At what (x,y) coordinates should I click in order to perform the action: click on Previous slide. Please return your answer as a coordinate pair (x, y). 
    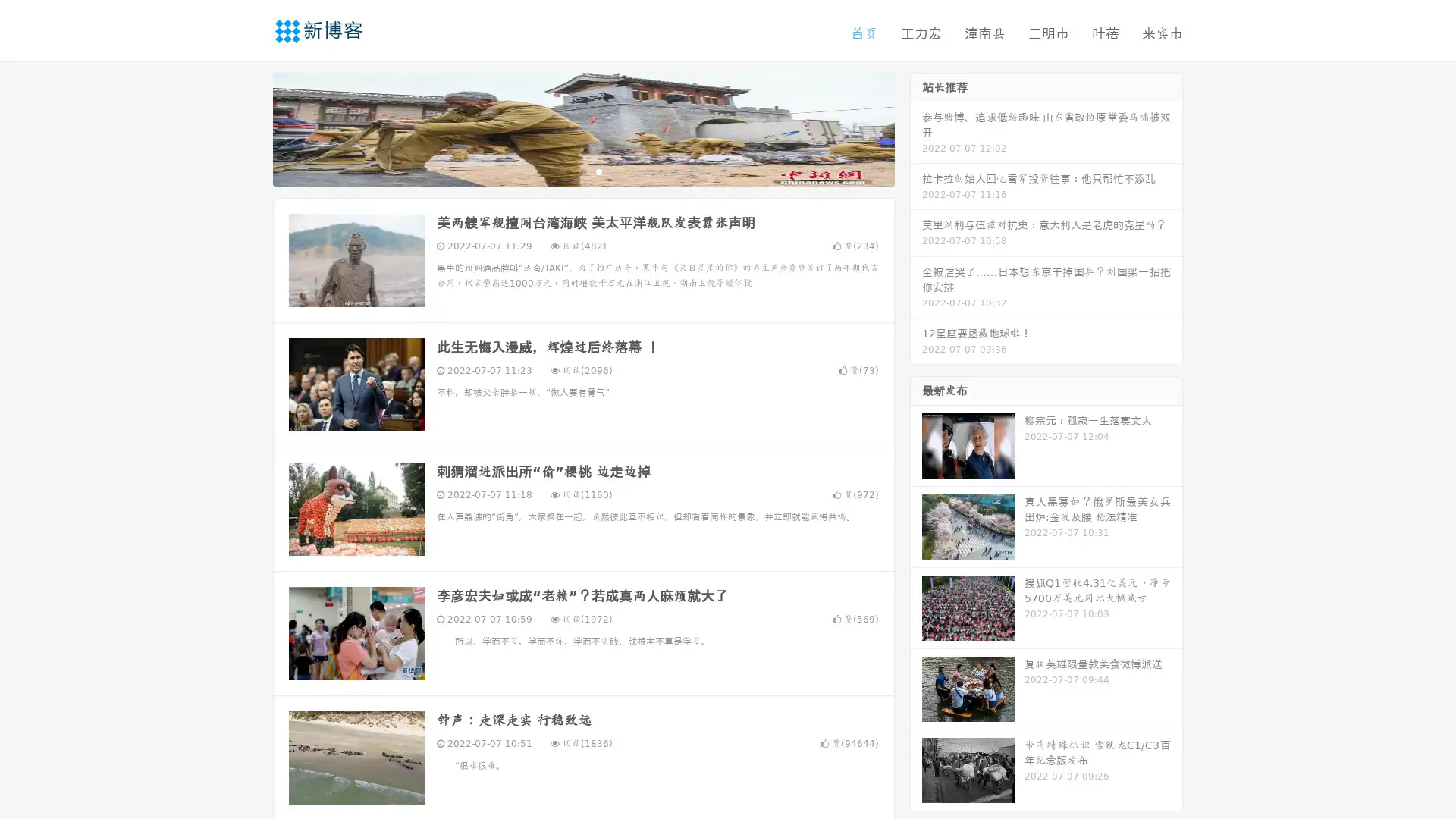
    Looking at the image, I should click on (250, 127).